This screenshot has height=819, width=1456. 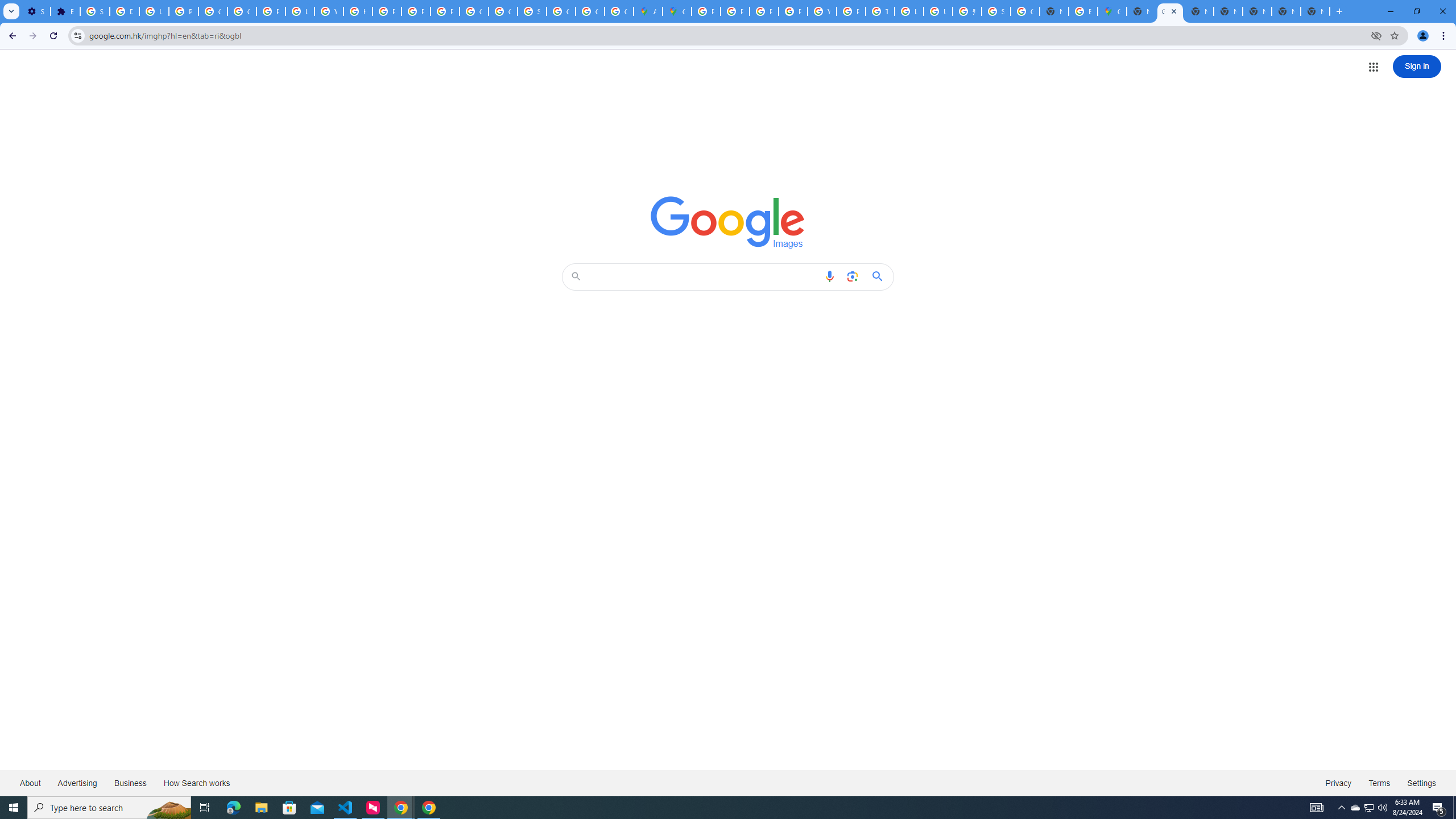 I want to click on 'Tips & tricks for Chrome - Google Chrome Help', so click(x=879, y=11).